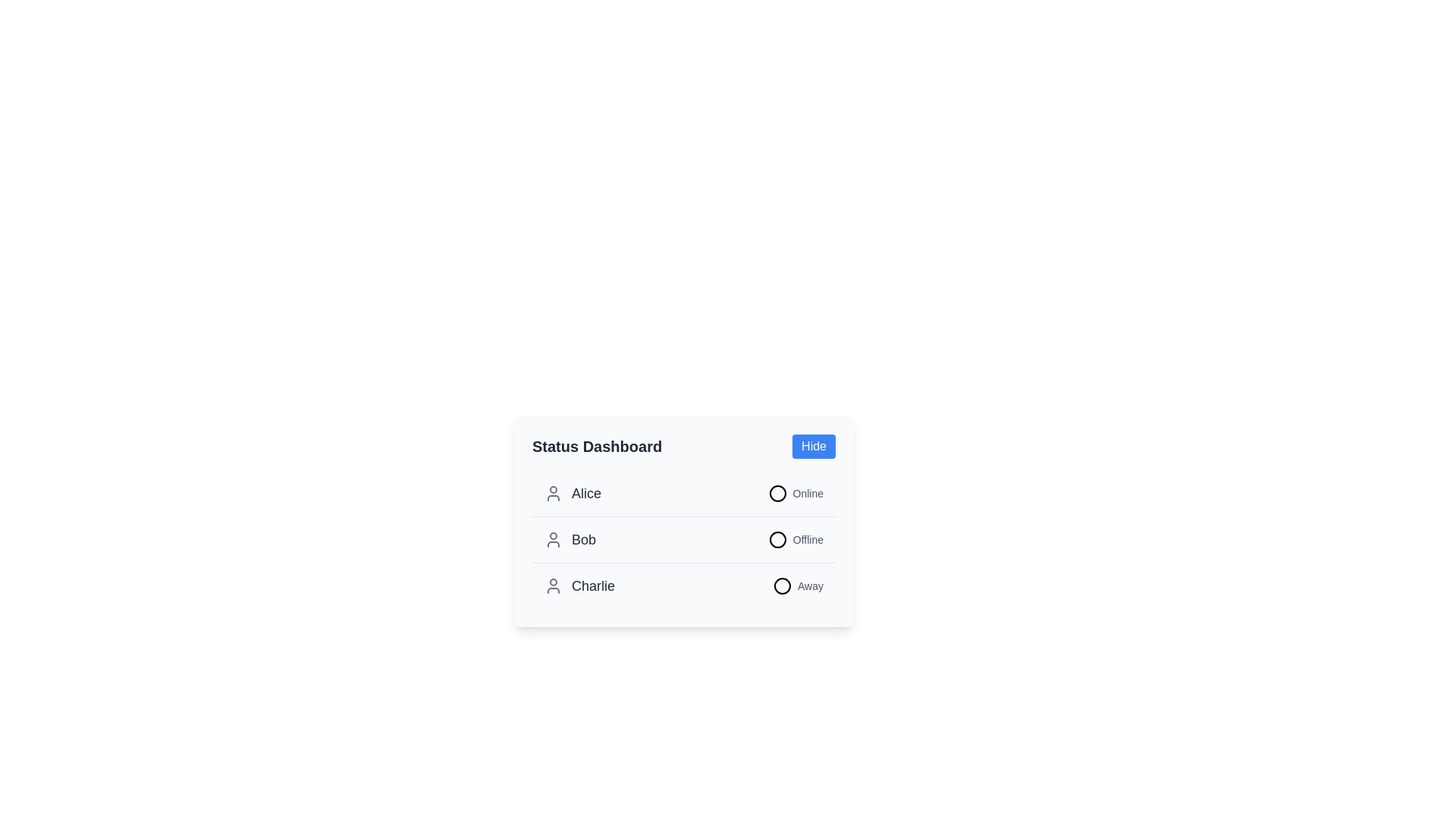 Image resolution: width=1456 pixels, height=819 pixels. I want to click on the static text label that displays 'Offline', styled in gray color, located to the right of the status icon within the 'Status Dashboard' for user 'Bob', so click(807, 539).